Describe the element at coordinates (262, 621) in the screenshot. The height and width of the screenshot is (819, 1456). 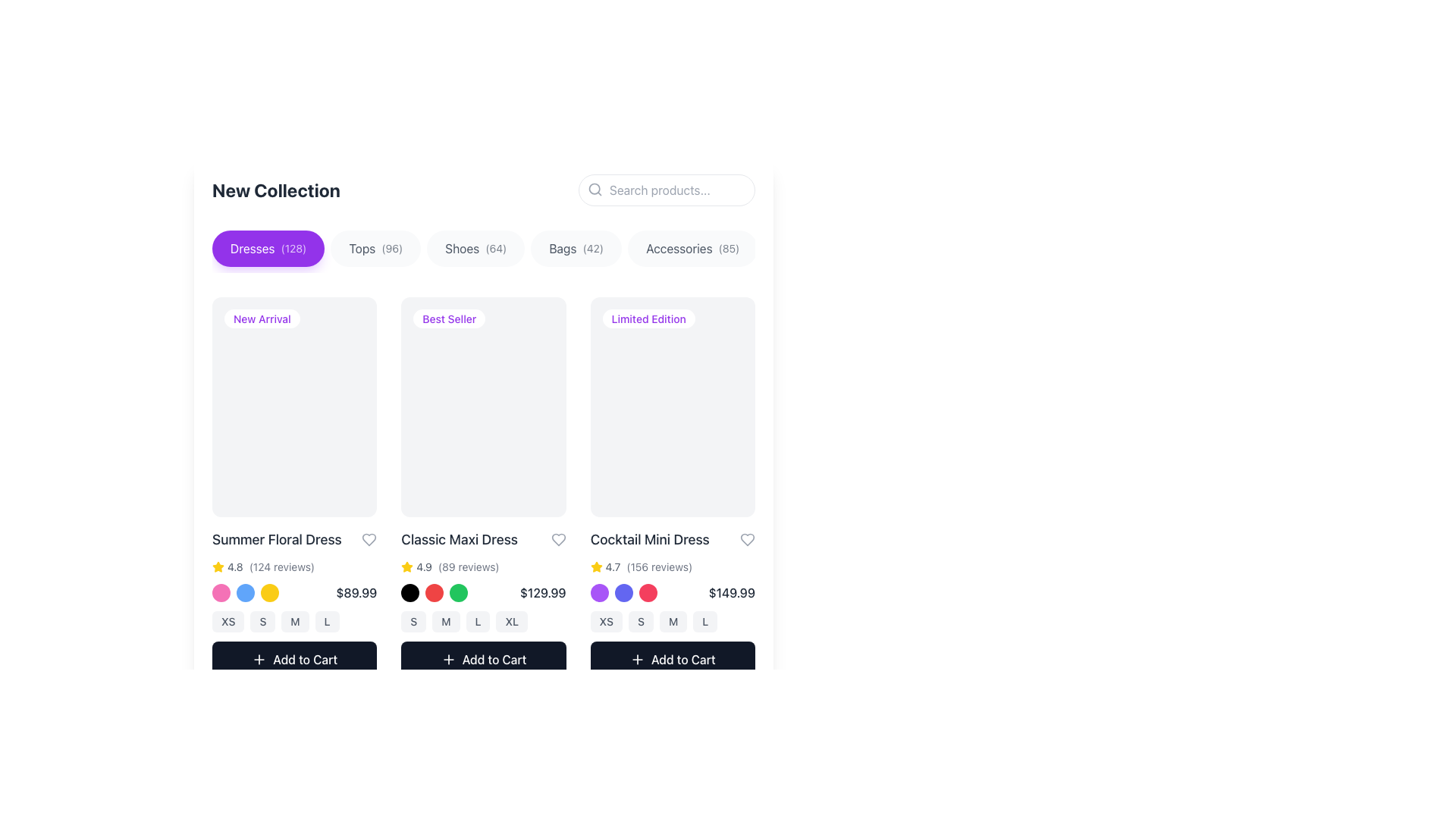
I see `the button labeled 'S' which is the second button from the left in a row of buttons including 'XS', 'S', 'M', and 'L'` at that location.